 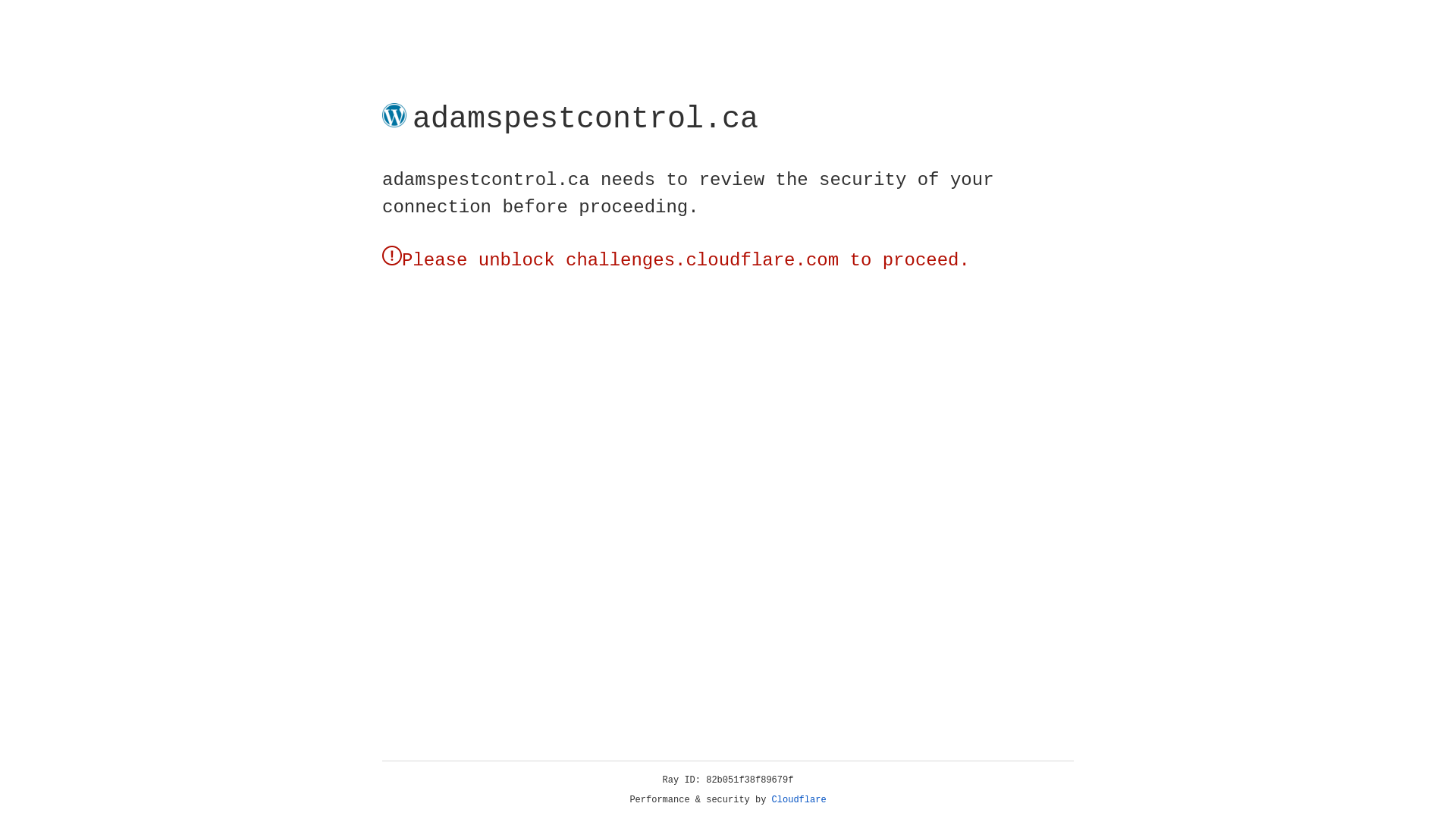 What do you see at coordinates (799, 799) in the screenshot?
I see `'Cloudflare'` at bounding box center [799, 799].